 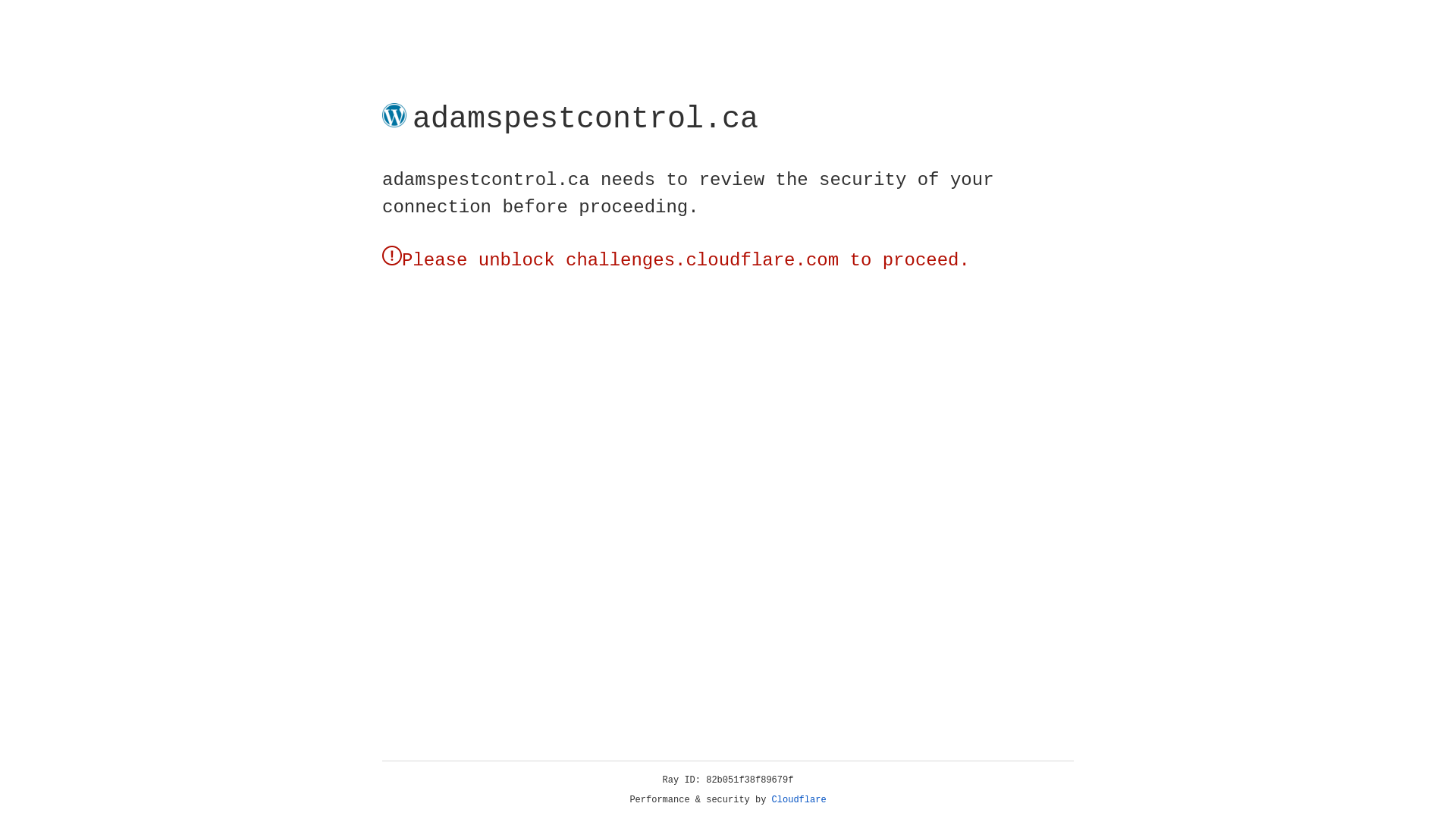 What do you see at coordinates (799, 799) in the screenshot?
I see `'Cloudflare'` at bounding box center [799, 799].